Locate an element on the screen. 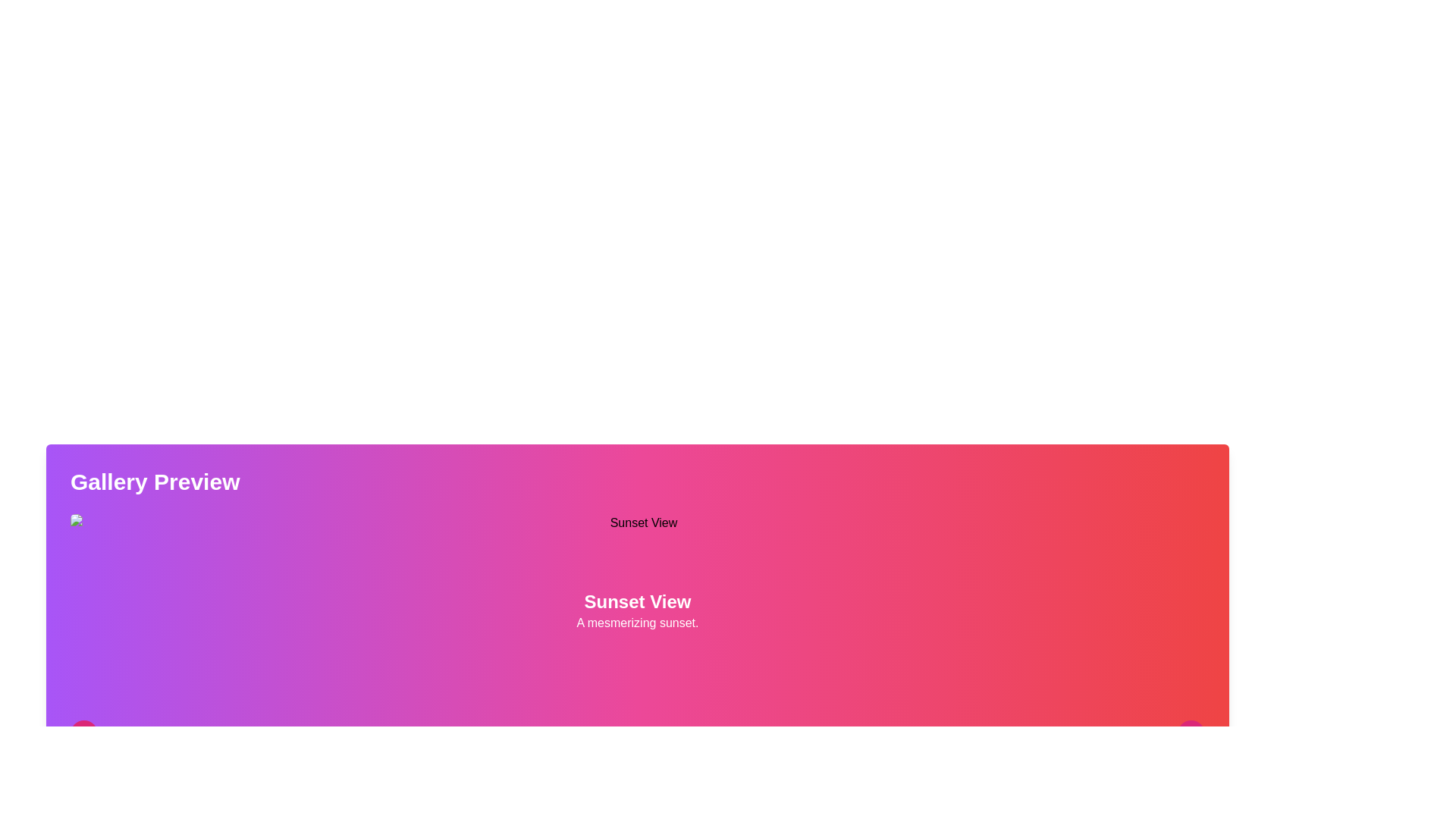 The width and height of the screenshot is (1456, 819). the rightward-pointing SVG Chevron Icon located at the bottom-right corner of the visible card is located at coordinates (1190, 733).